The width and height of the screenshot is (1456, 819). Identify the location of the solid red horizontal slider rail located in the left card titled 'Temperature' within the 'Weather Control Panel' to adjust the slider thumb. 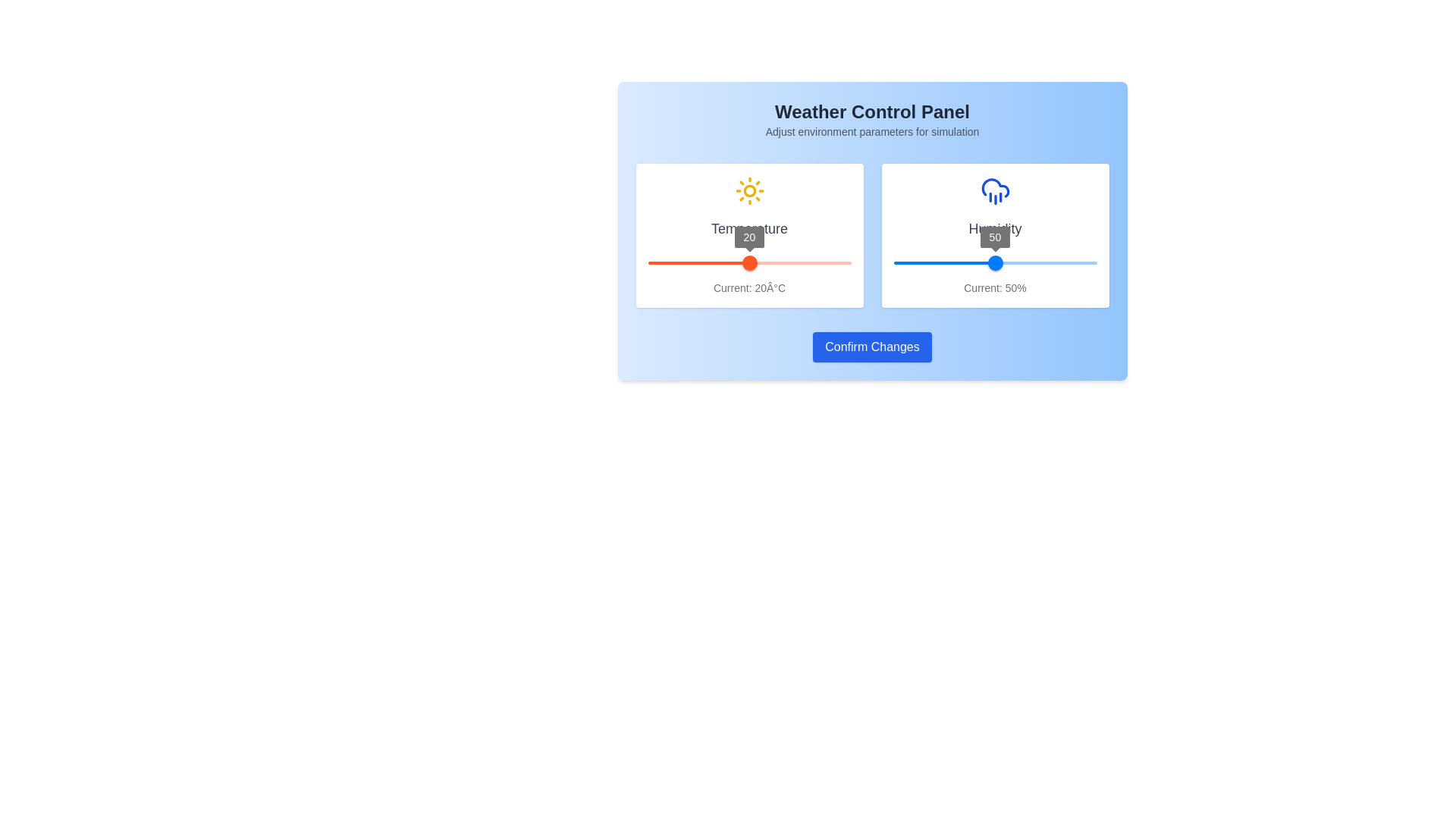
(749, 262).